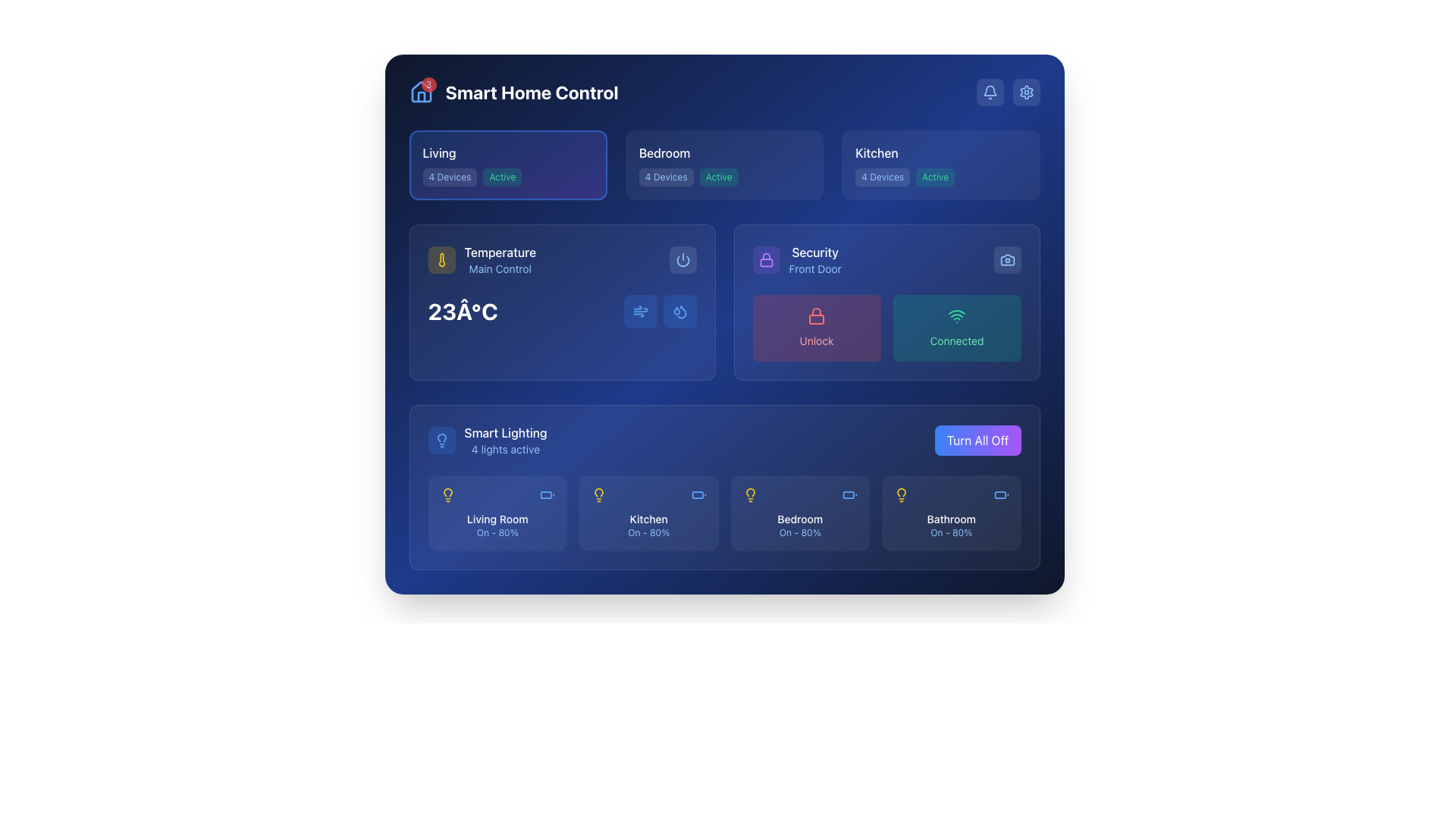  What do you see at coordinates (934, 177) in the screenshot?
I see `the 'Active' text label badge, which is a rectangular badge with rounded corners and a light emerald-green background, indicating the status in the kitchen section of the smart home interface` at bounding box center [934, 177].